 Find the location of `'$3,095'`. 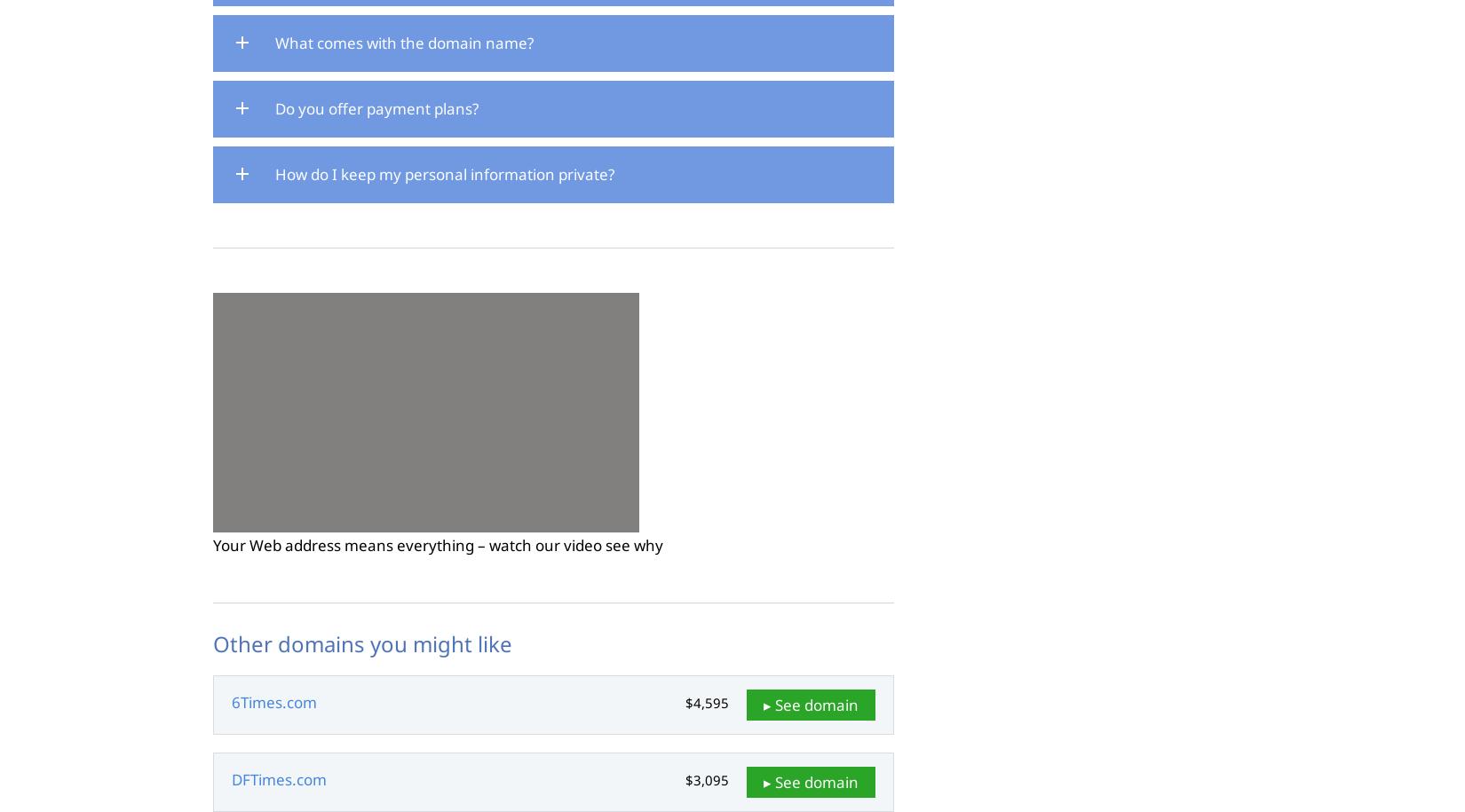

'$3,095' is located at coordinates (706, 779).